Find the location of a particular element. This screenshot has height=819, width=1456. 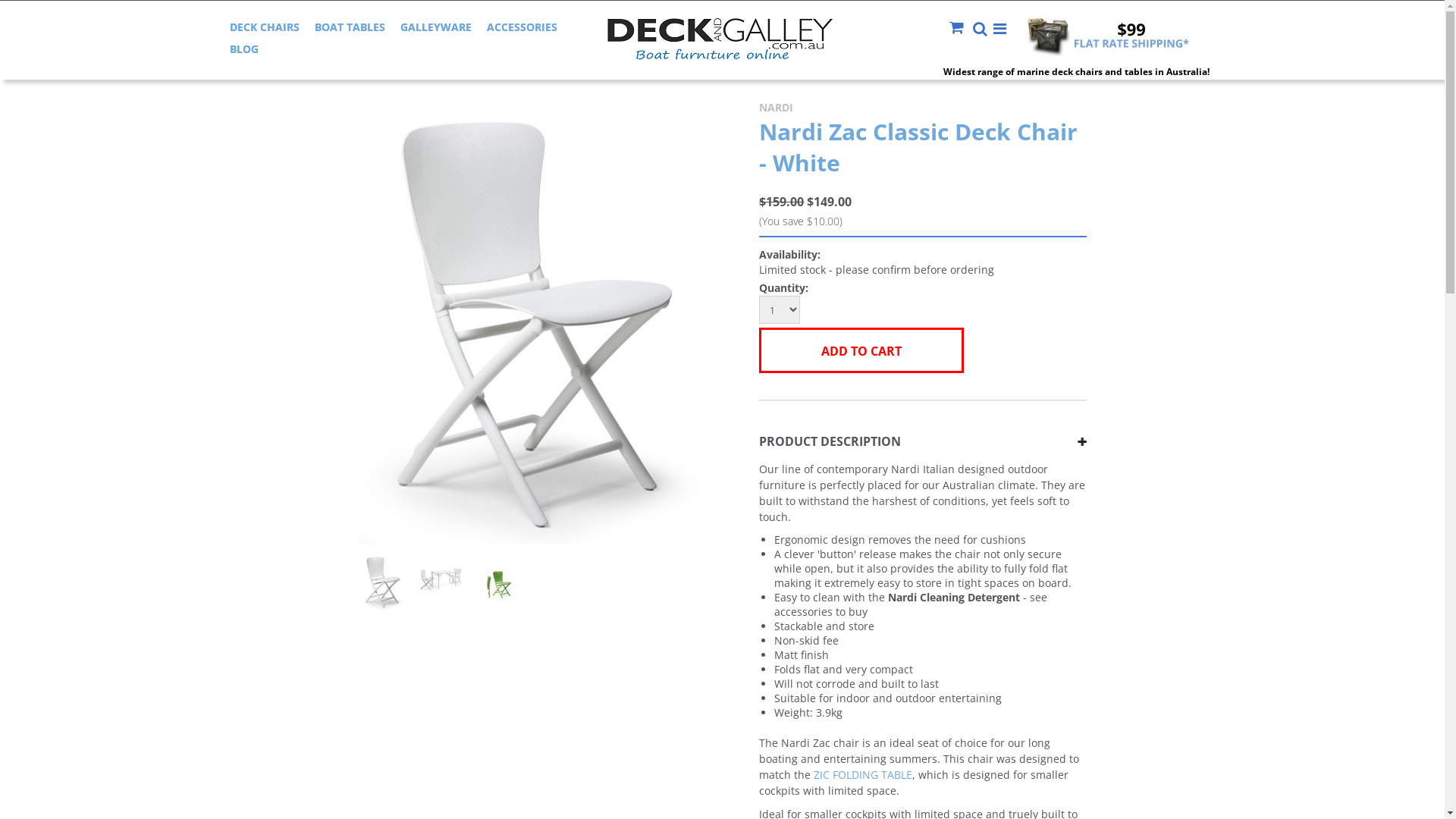

'Home' is located at coordinates (375, 71).